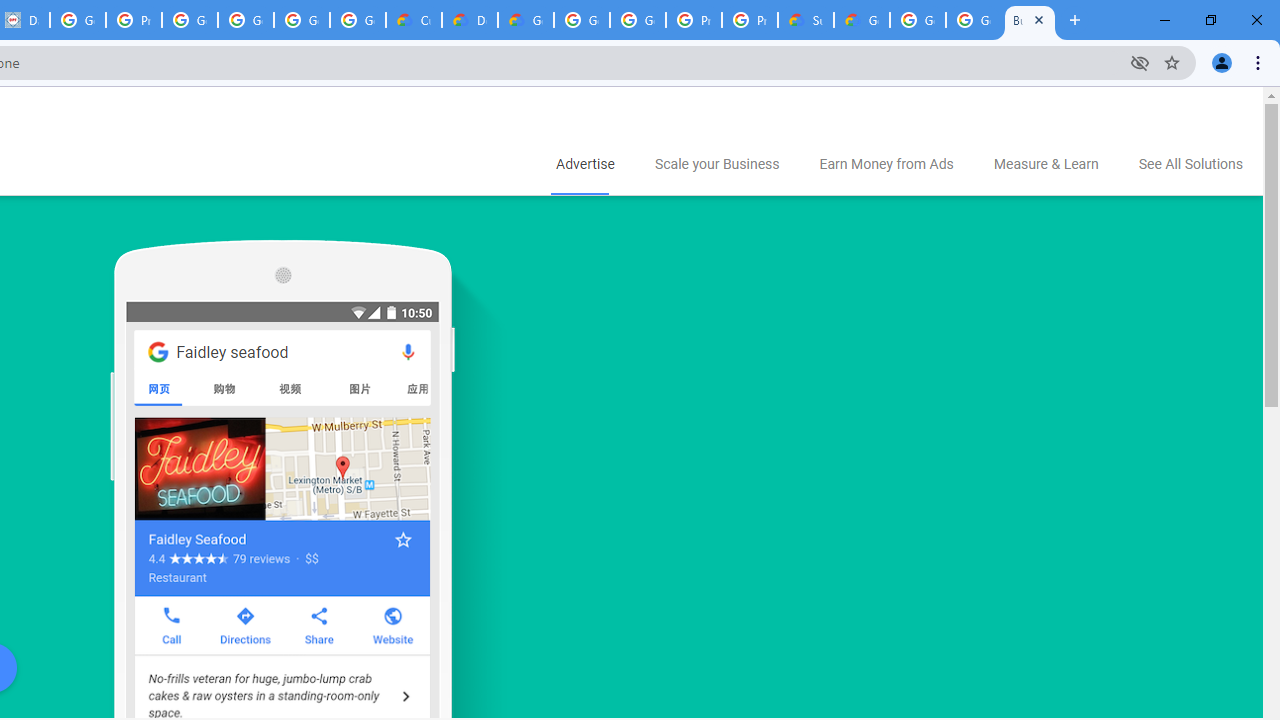 The height and width of the screenshot is (720, 1280). Describe the element at coordinates (583, 164) in the screenshot. I see `'Advertise'` at that location.